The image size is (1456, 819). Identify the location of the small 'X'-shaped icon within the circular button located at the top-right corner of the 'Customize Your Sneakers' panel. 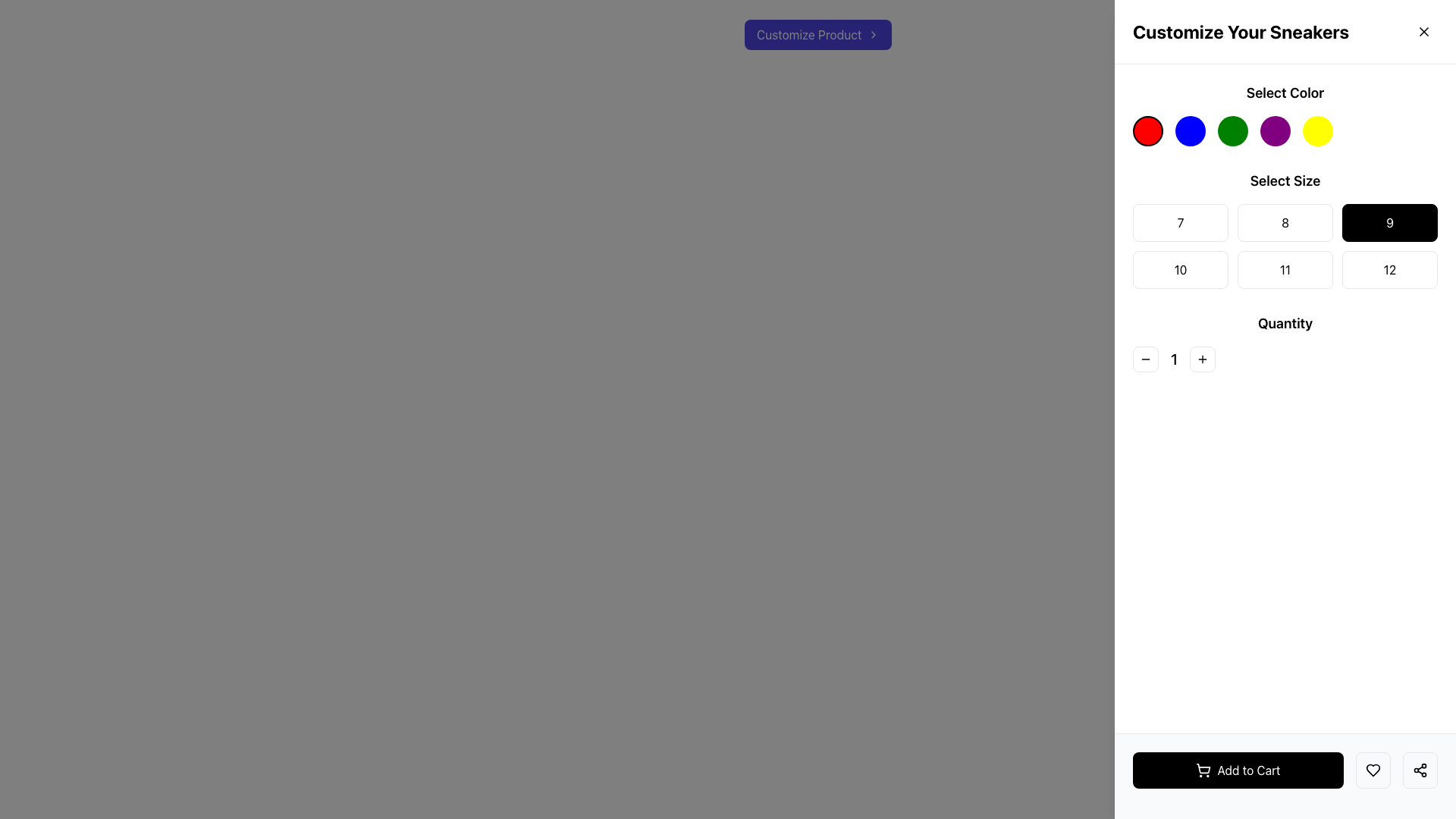
(1423, 32).